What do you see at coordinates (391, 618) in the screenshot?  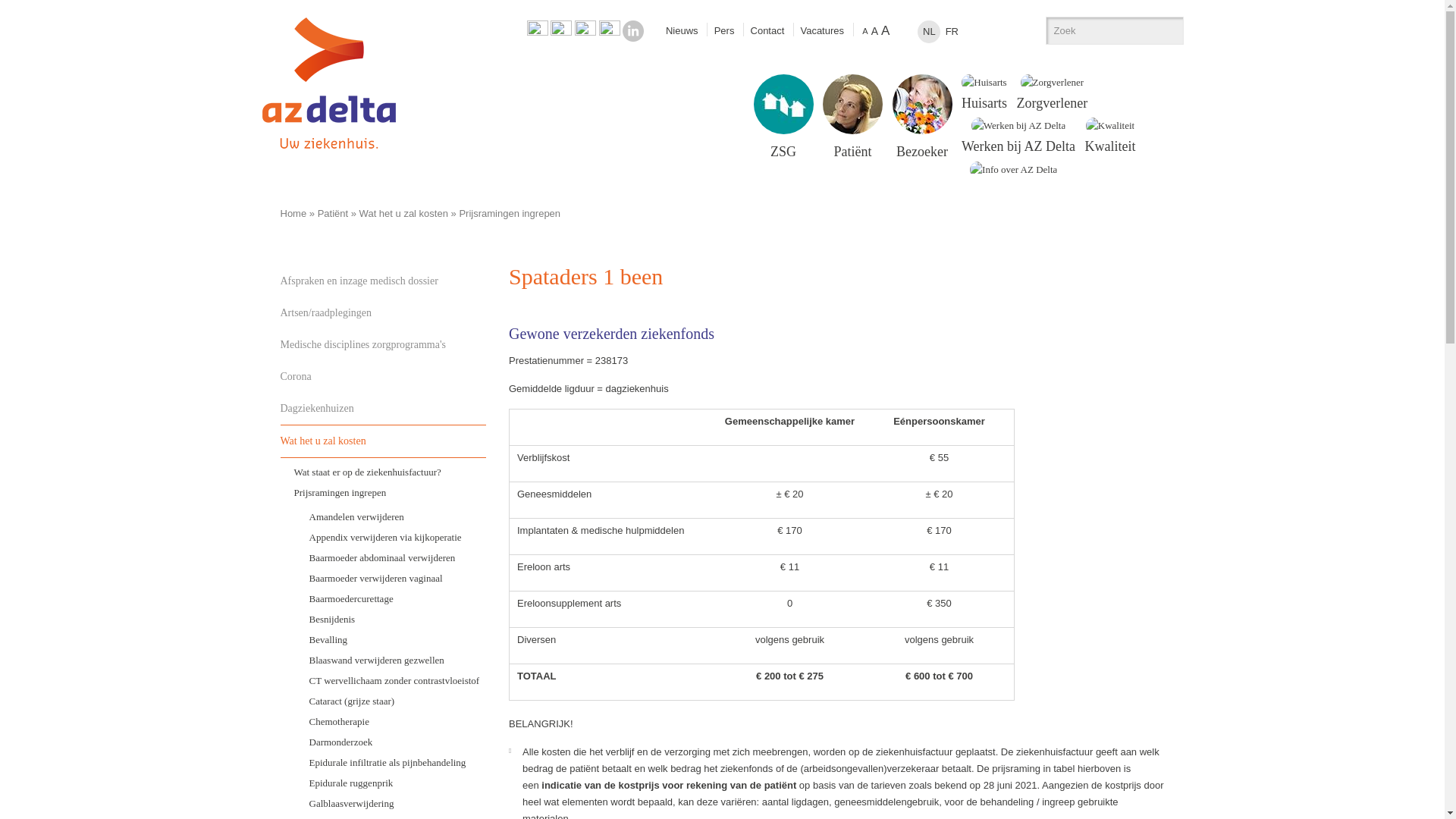 I see `'Besnijdenis'` at bounding box center [391, 618].